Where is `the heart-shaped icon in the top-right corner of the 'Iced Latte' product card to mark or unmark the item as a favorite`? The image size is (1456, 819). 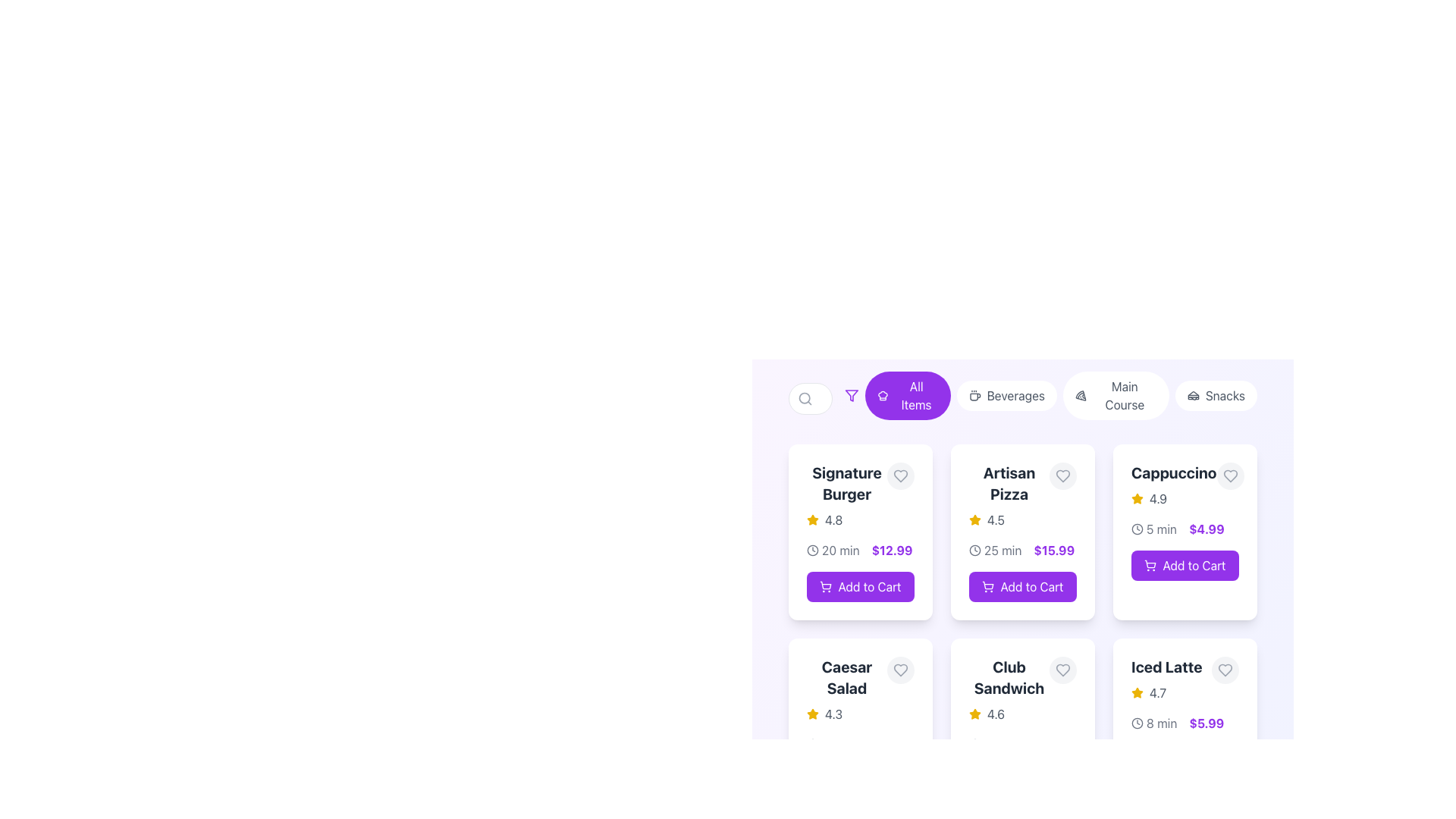
the heart-shaped icon in the top-right corner of the 'Iced Latte' product card to mark or unmark the item as a favorite is located at coordinates (1225, 669).